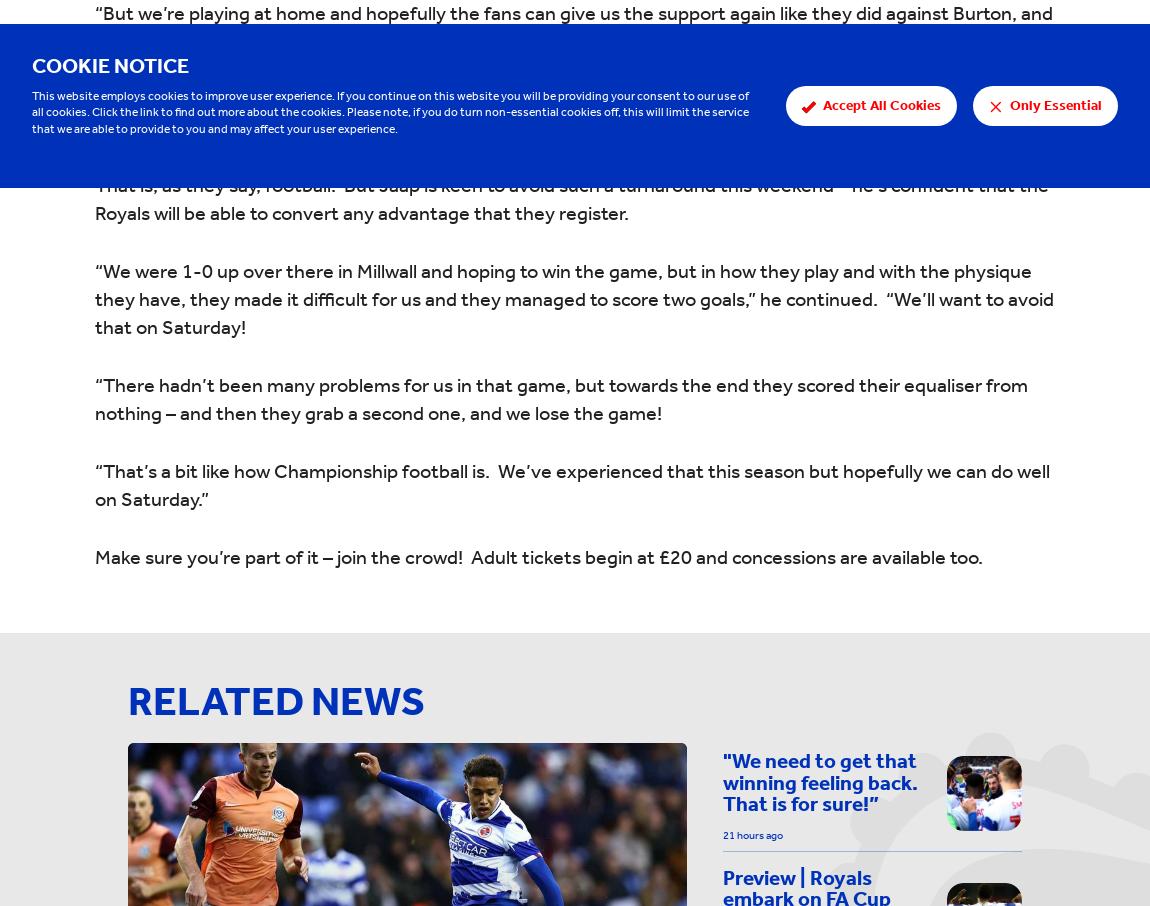 This screenshot has height=906, width=1150. I want to click on '21 hours ago', so click(720, 833).